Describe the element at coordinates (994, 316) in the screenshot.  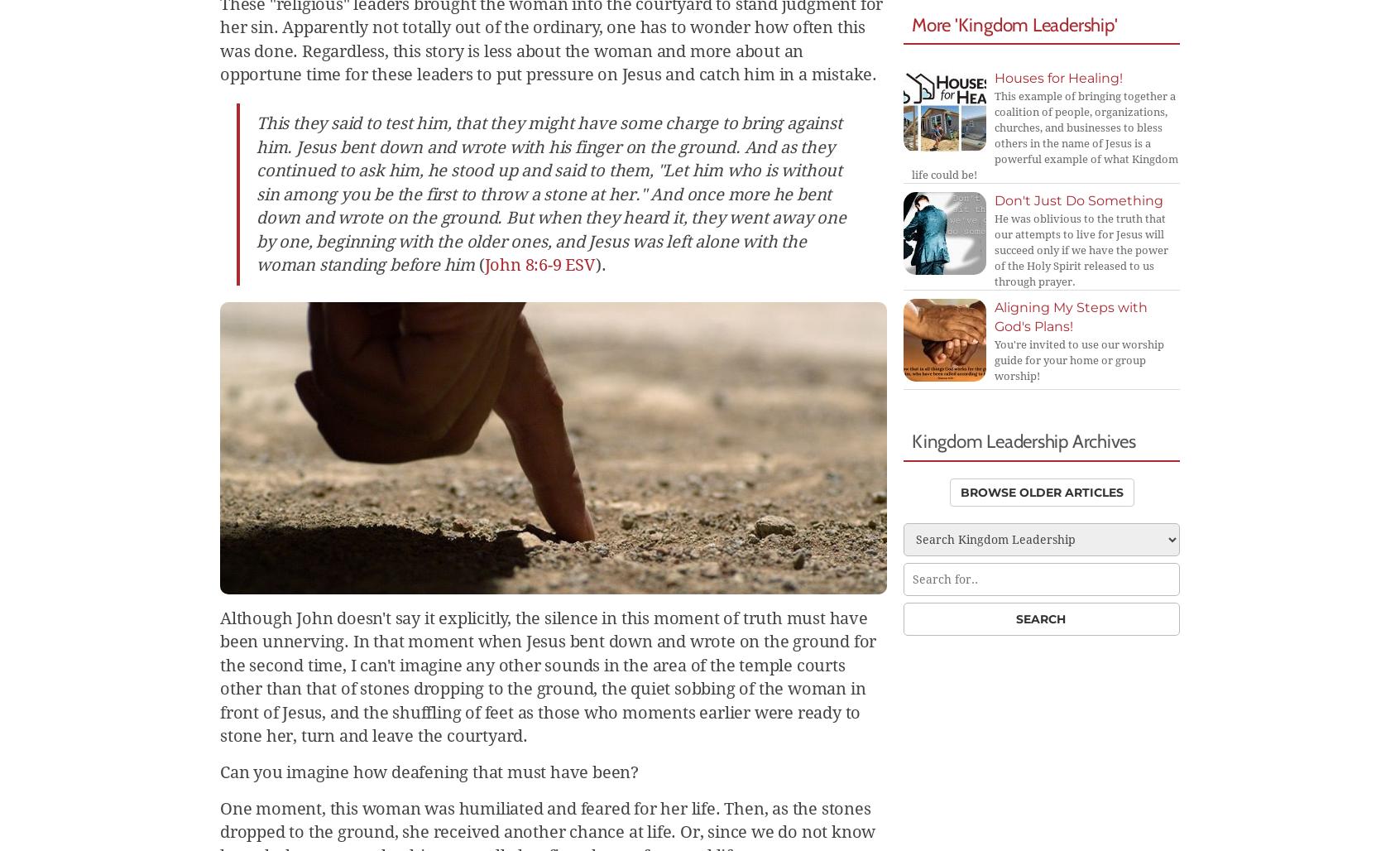
I see `'Aligning My Steps with God's Plans!'` at that location.